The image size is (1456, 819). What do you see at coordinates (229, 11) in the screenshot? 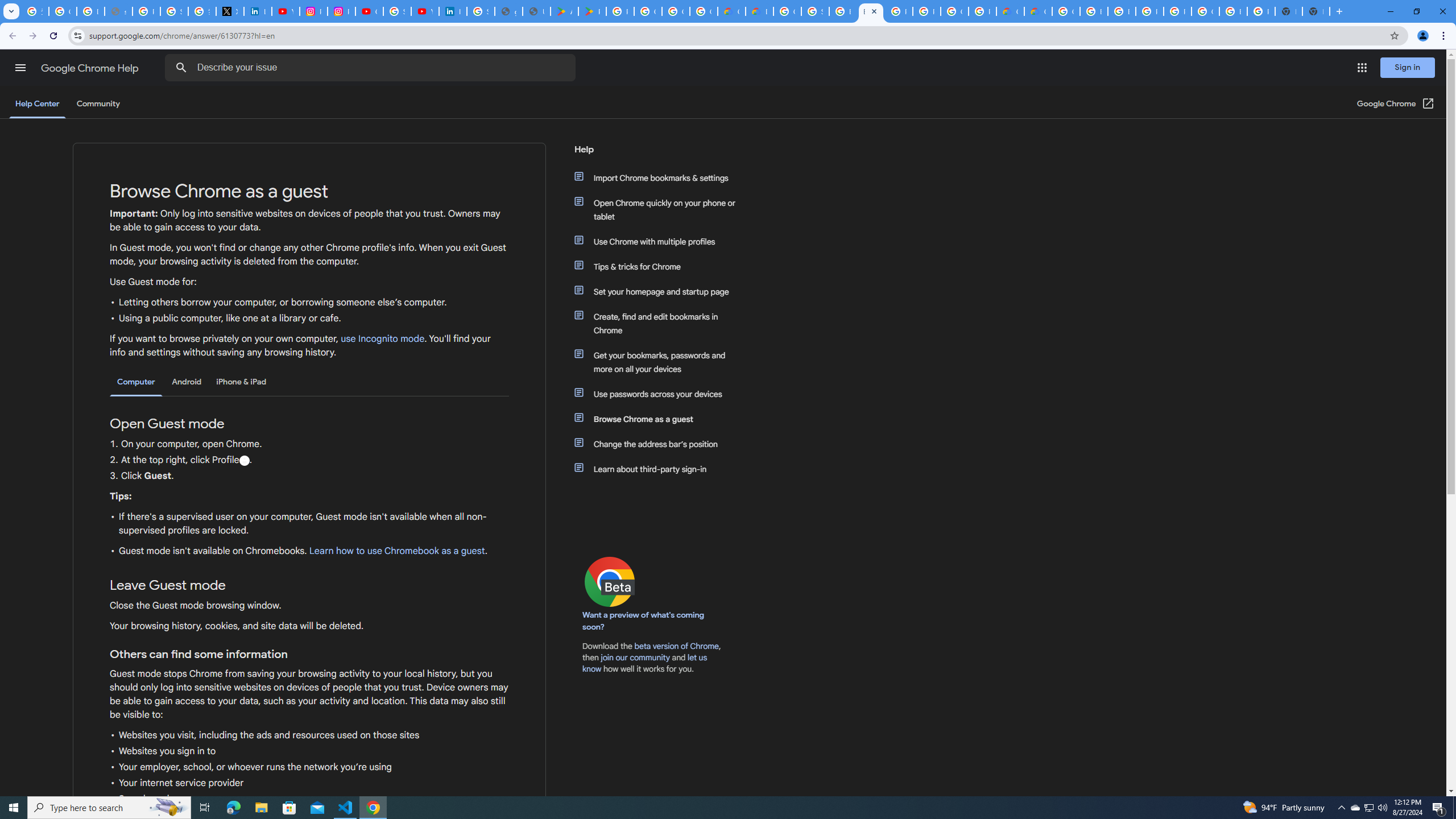
I see `'X'` at bounding box center [229, 11].